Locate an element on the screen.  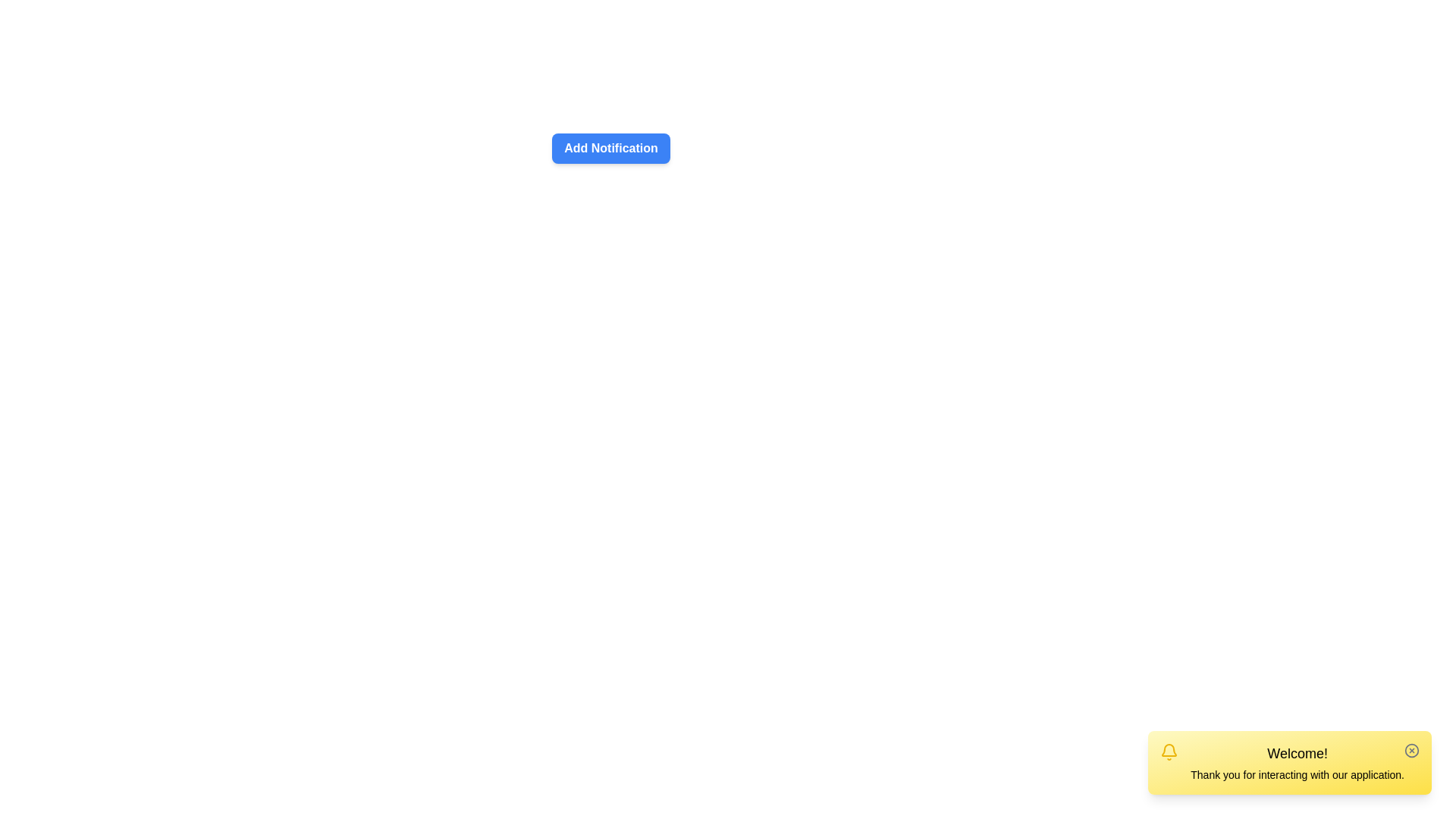
welcoming message text block that displays 'Welcome!' and 'Thank you for interacting with our application.' This text block is styled with white text over a gradient background, located at the bottom right of the application window is located at coordinates (1297, 763).